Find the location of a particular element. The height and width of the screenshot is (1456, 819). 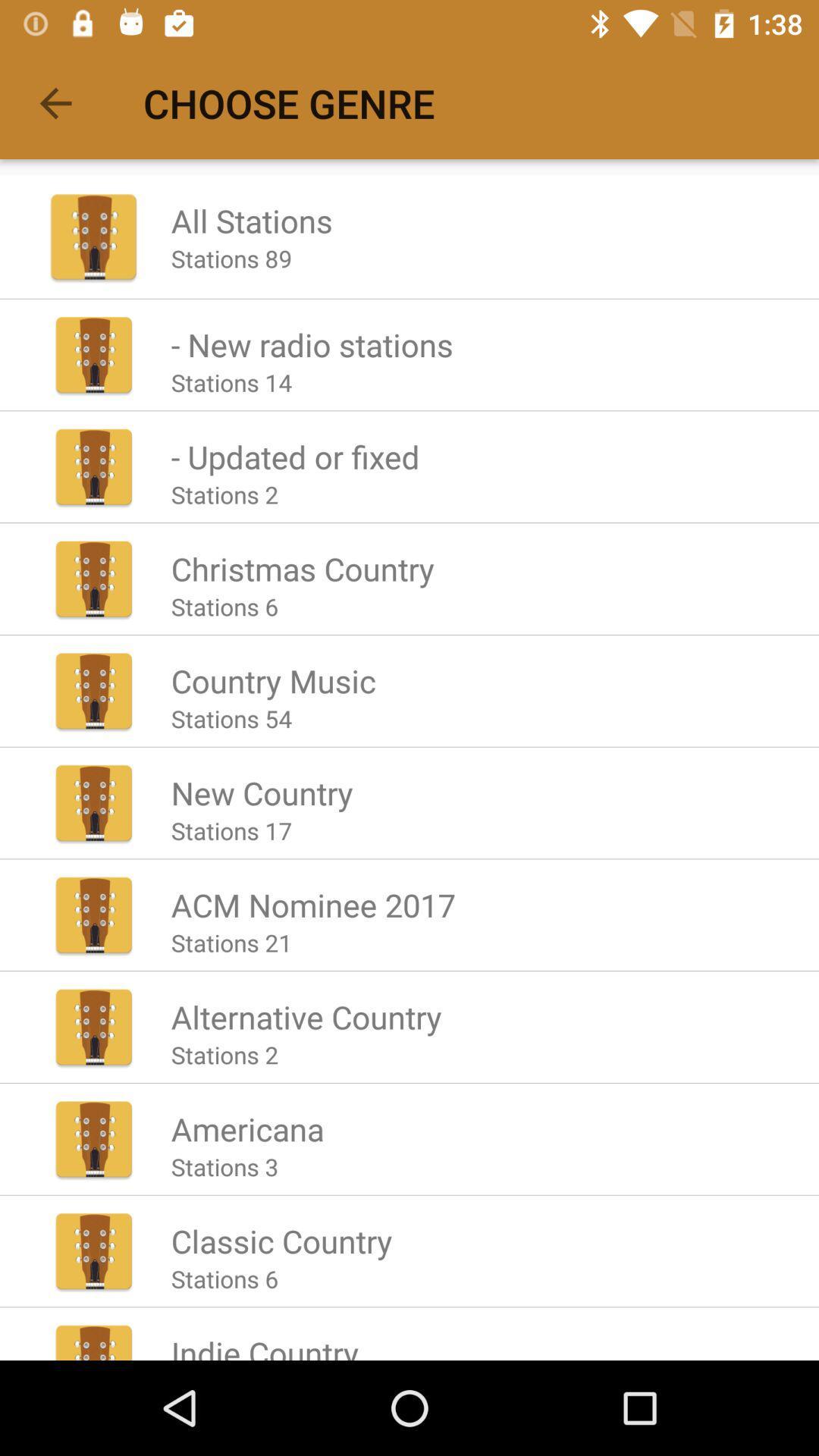

stations 21 item is located at coordinates (231, 942).